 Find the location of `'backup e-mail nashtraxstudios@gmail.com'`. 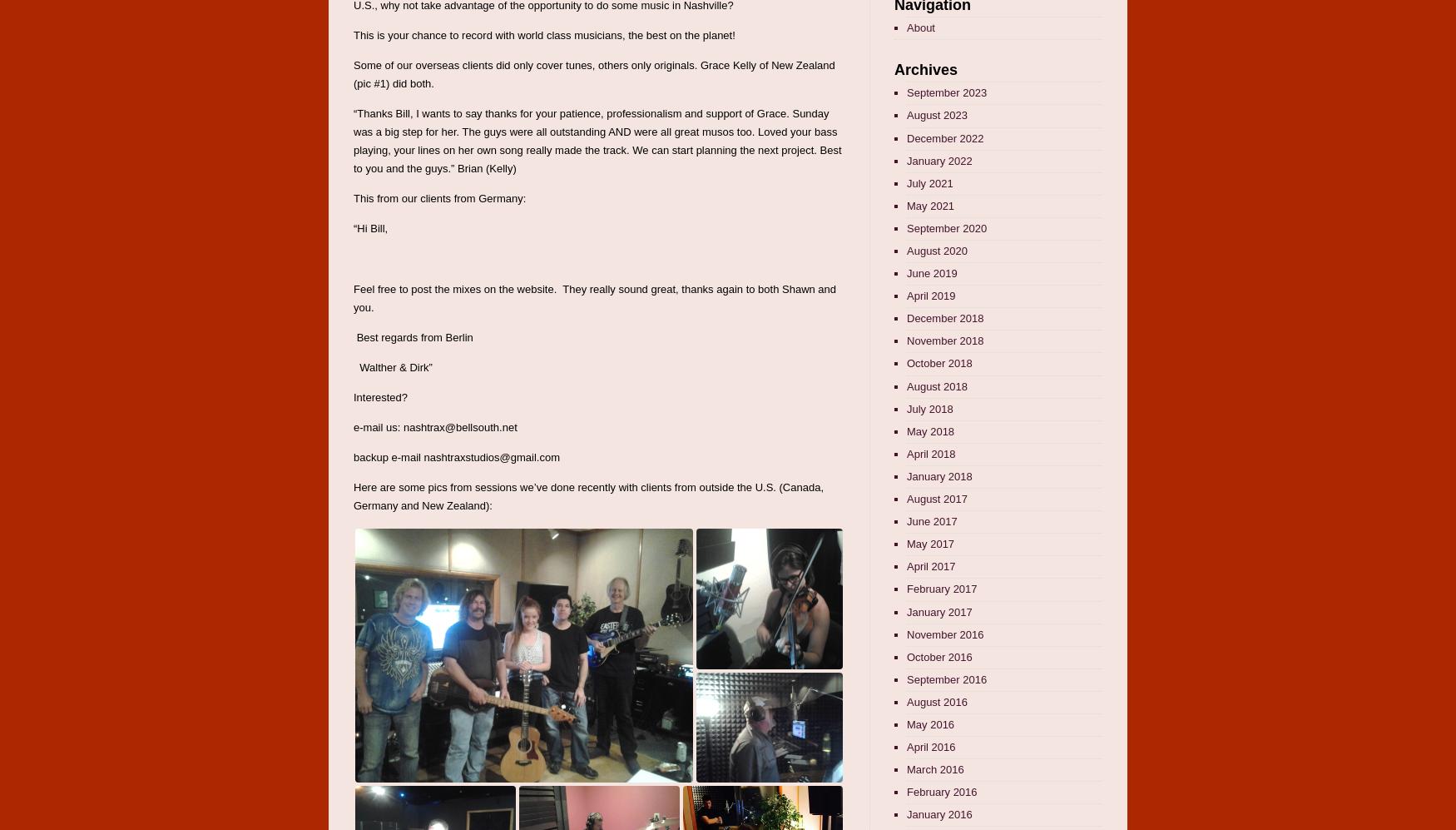

'backup e-mail nashtraxstudios@gmail.com' is located at coordinates (353, 457).